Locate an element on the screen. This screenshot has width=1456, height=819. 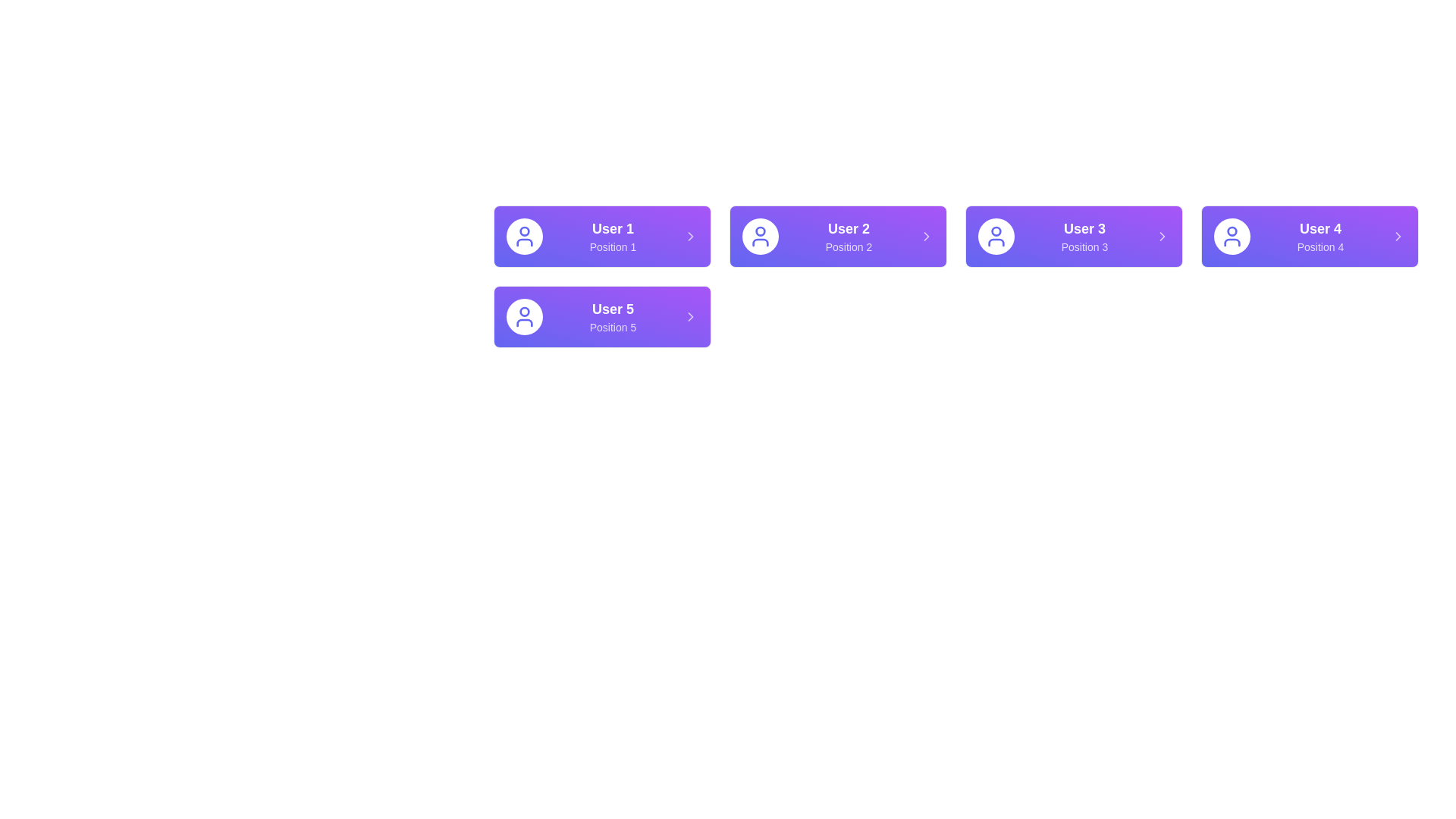
the user silhouette icon with indigo coloration in the 'User 4' card is located at coordinates (1232, 237).